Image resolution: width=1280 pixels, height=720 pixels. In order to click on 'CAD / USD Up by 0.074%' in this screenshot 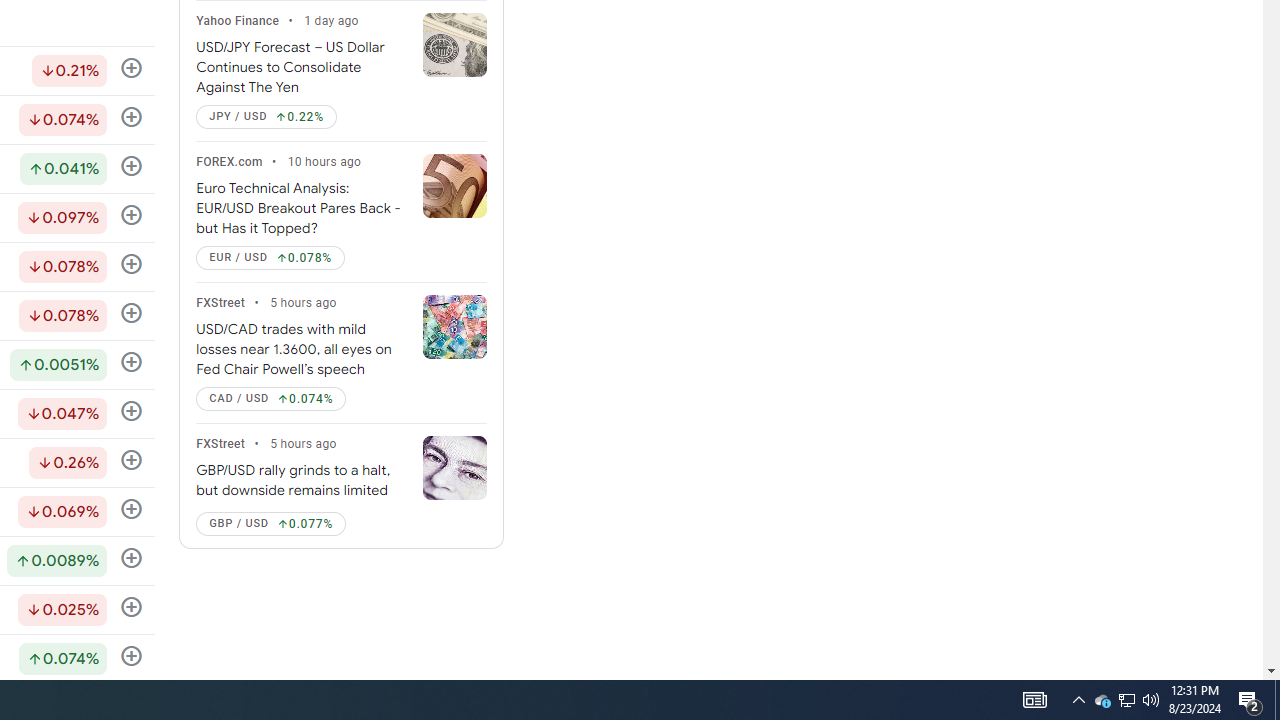, I will do `click(270, 399)`.